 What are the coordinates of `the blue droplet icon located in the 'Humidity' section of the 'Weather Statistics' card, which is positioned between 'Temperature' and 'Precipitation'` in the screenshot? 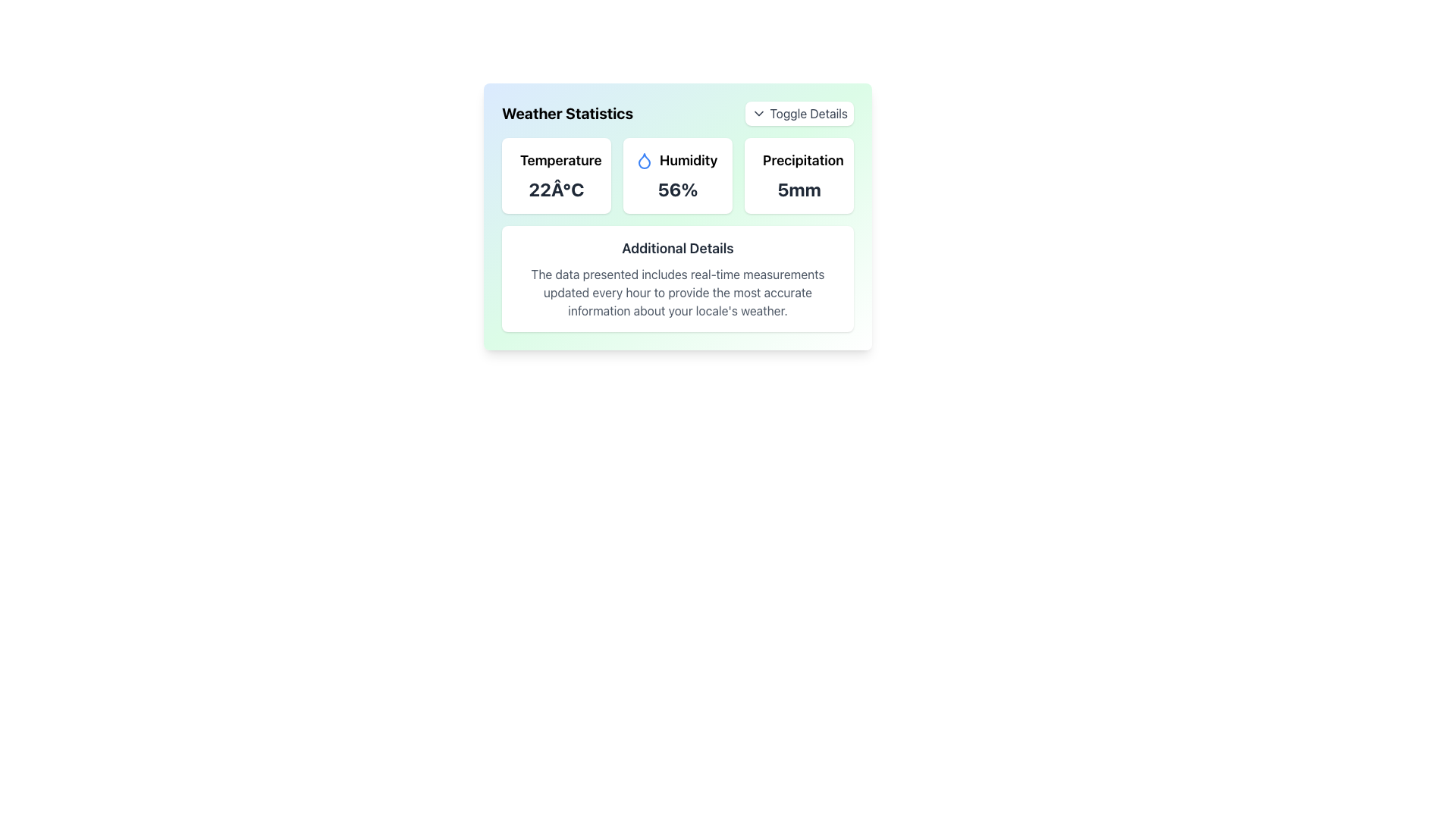 It's located at (644, 161).